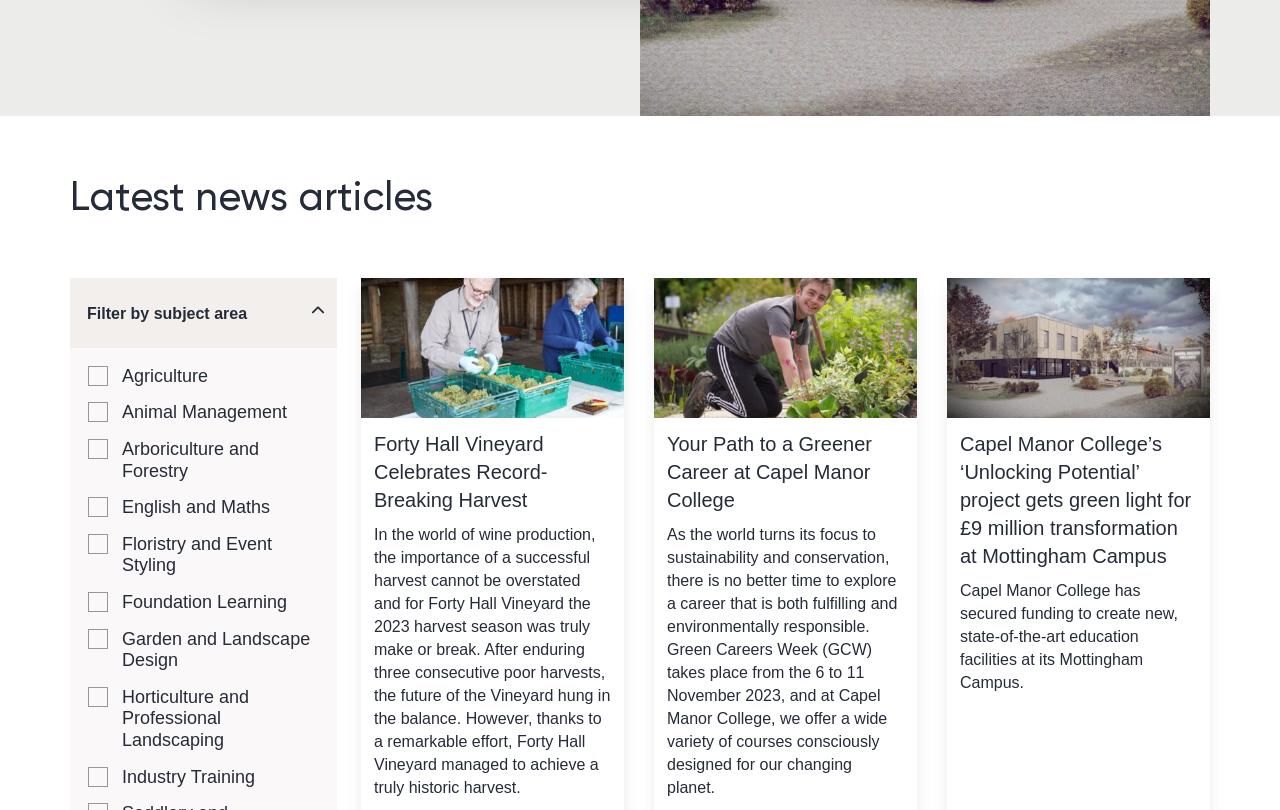 Image resolution: width=1280 pixels, height=810 pixels. I want to click on 'Your Path to a Greener Career at Capel Manor College', so click(665, 471).